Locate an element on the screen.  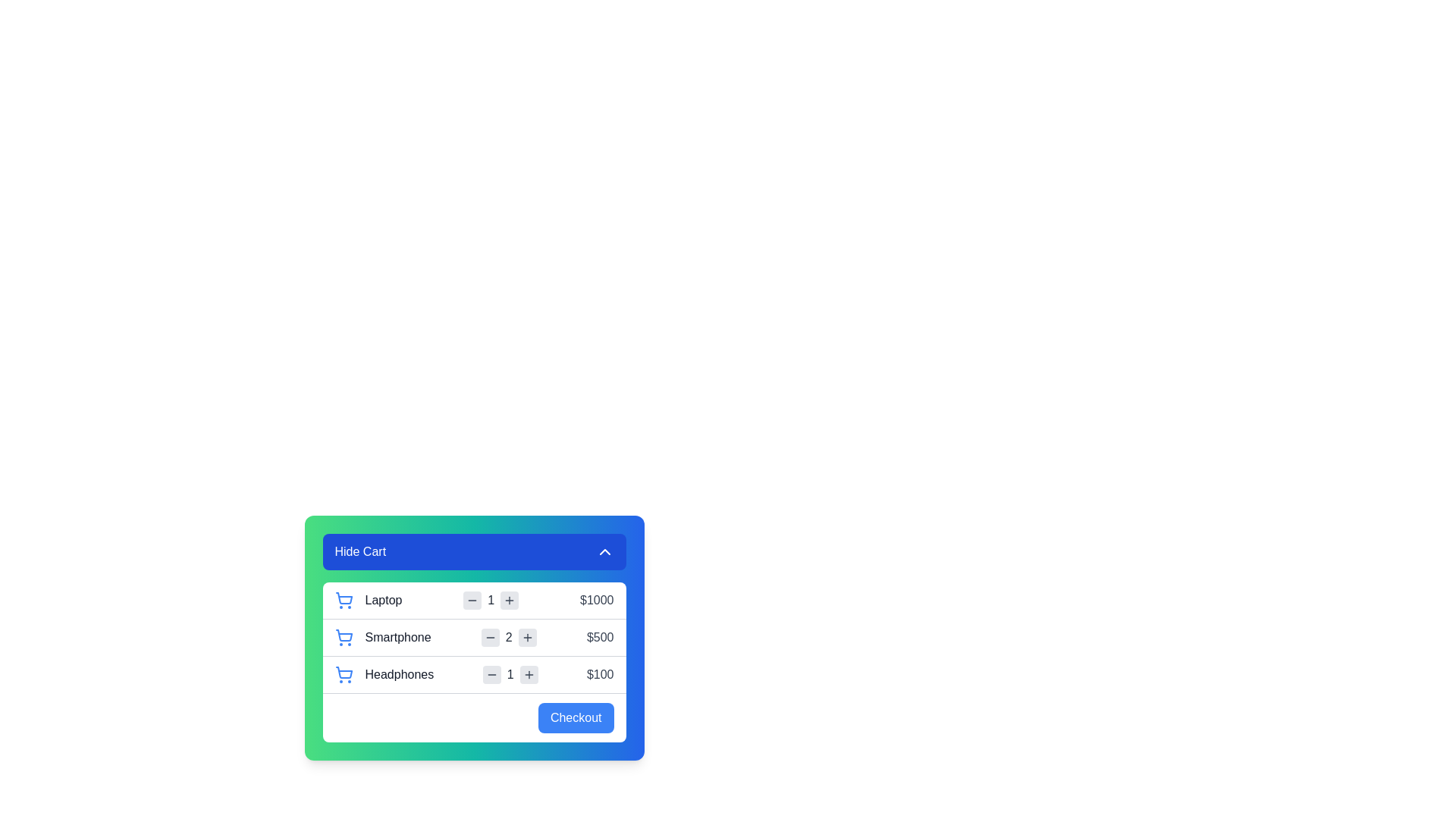
the 'Headphones' entry in the shopping cart interface, which includes a blue shopping cart icon and black text is located at coordinates (384, 674).